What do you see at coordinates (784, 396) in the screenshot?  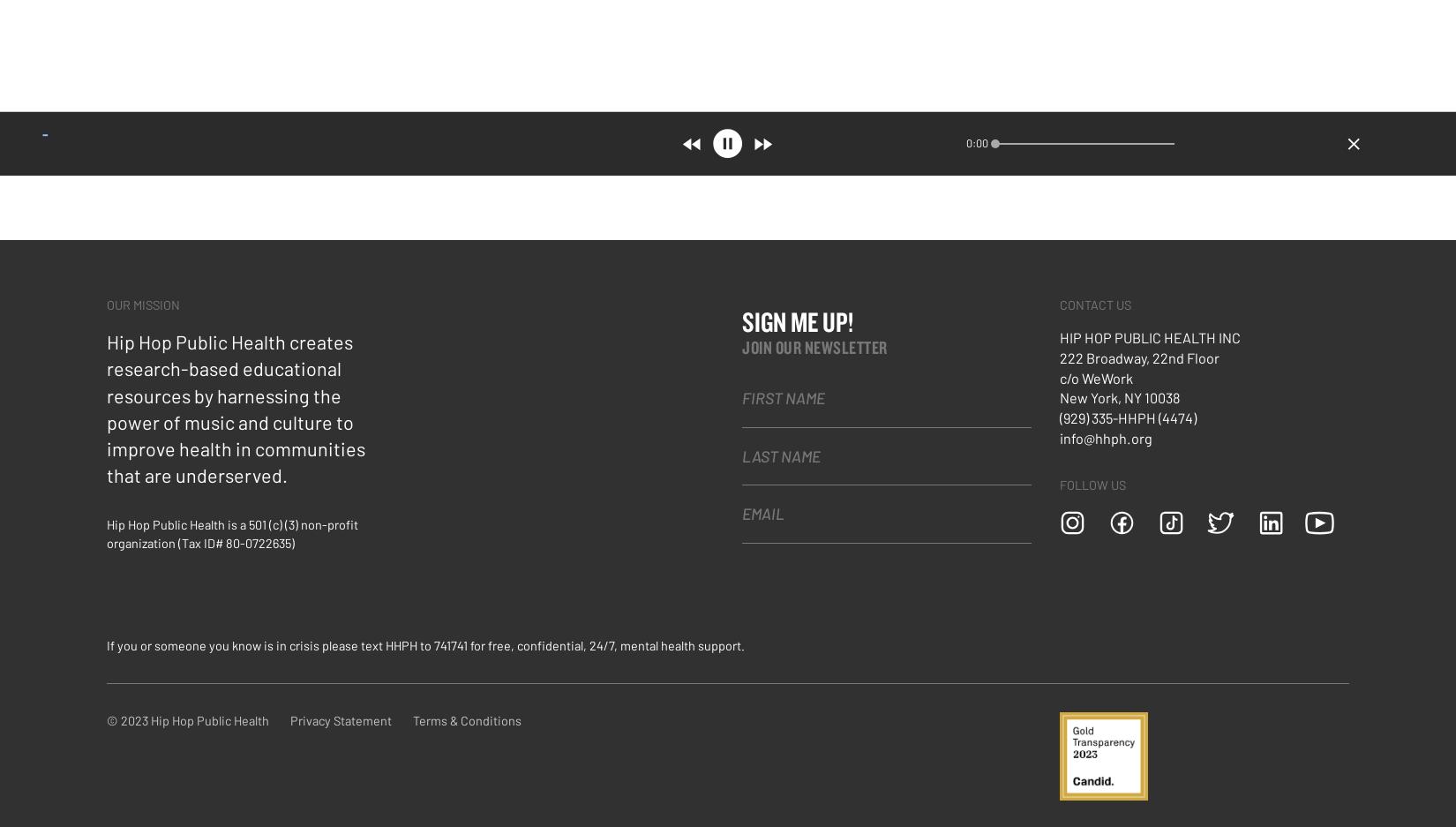 I see `'First Name'` at bounding box center [784, 396].